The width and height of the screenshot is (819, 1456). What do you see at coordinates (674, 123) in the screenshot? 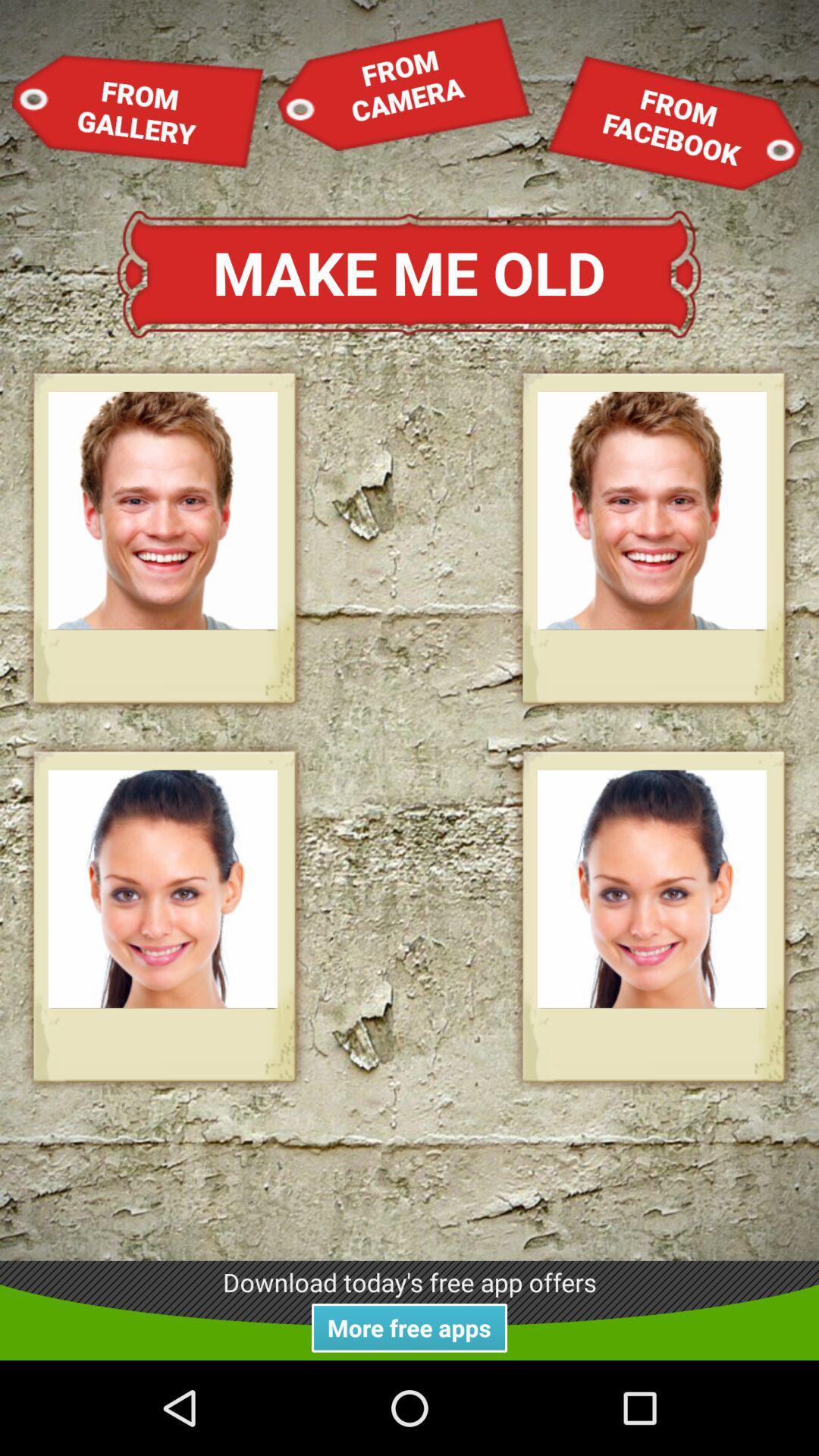
I see `item next to from` at bounding box center [674, 123].